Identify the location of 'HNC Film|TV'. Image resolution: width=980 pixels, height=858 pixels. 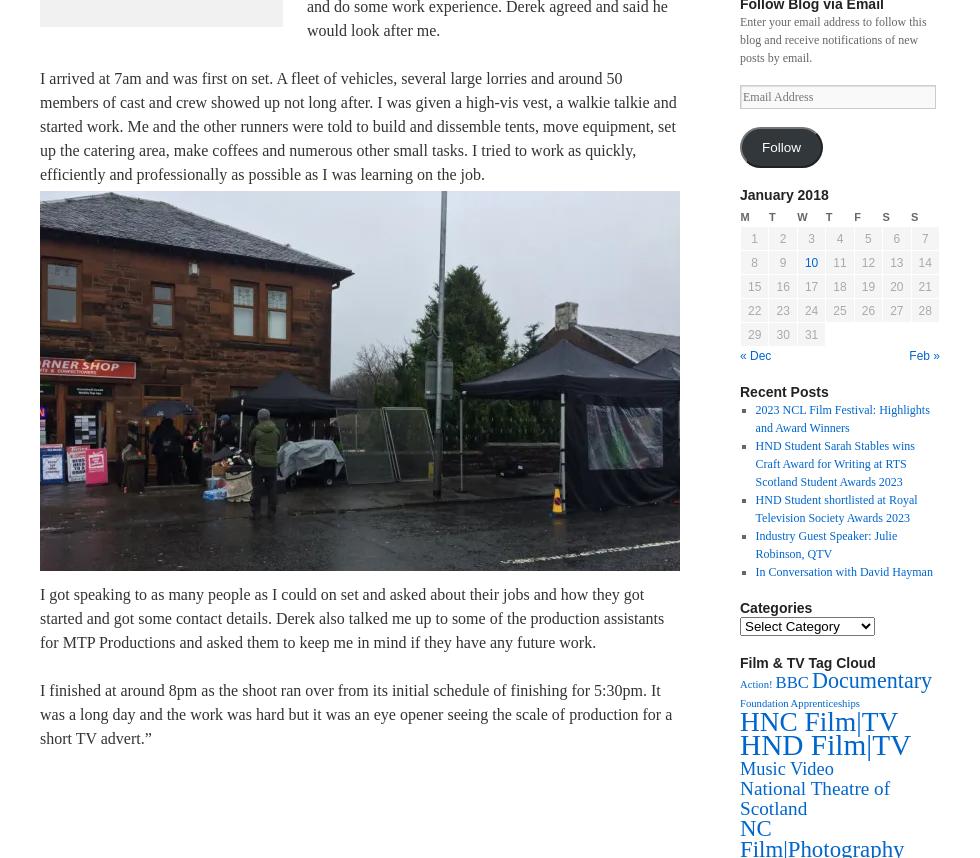
(818, 722).